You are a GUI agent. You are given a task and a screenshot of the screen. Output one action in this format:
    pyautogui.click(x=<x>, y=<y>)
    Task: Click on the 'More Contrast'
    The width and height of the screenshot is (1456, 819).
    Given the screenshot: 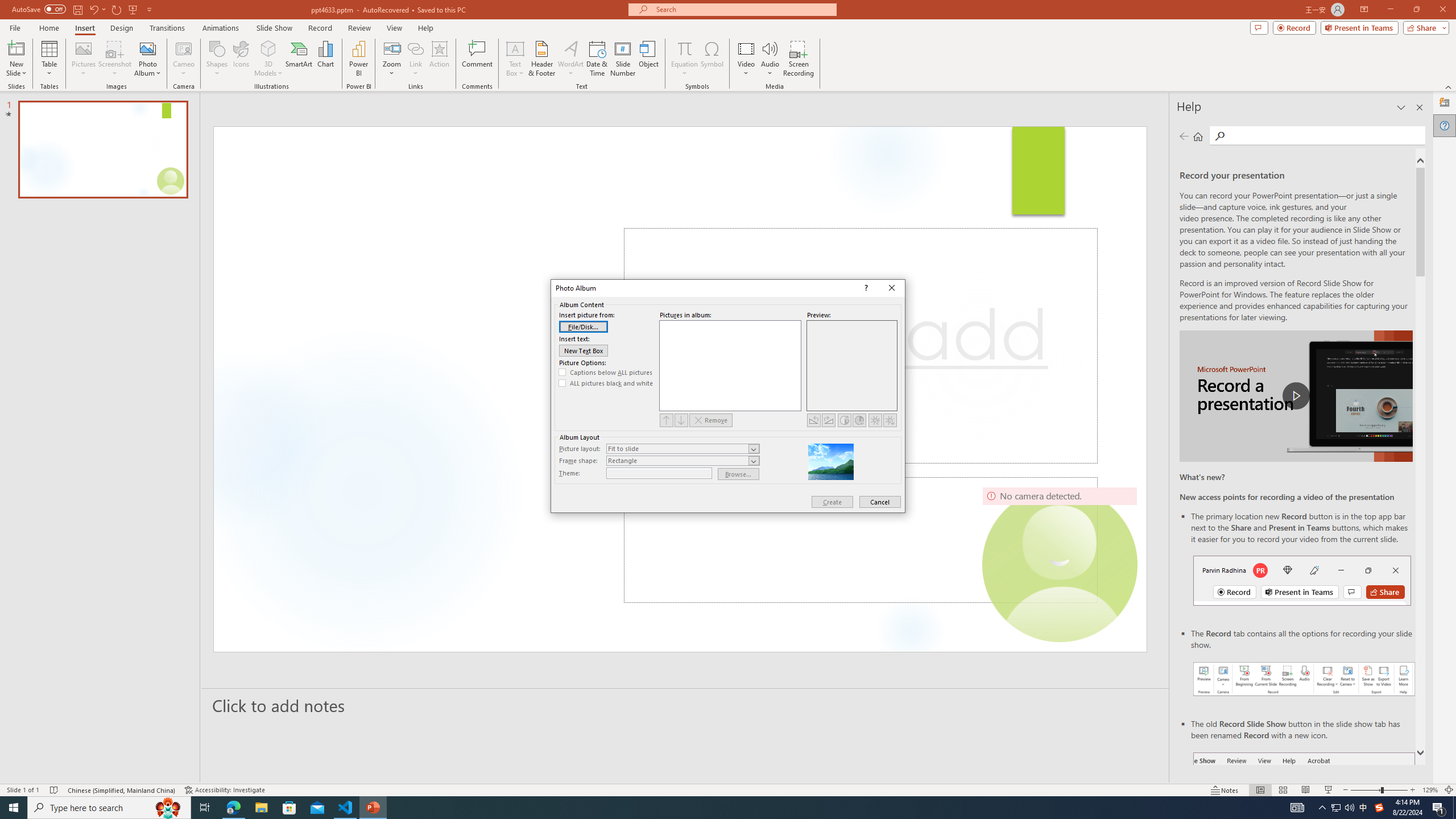 What is the action you would take?
    pyautogui.click(x=843, y=420)
    